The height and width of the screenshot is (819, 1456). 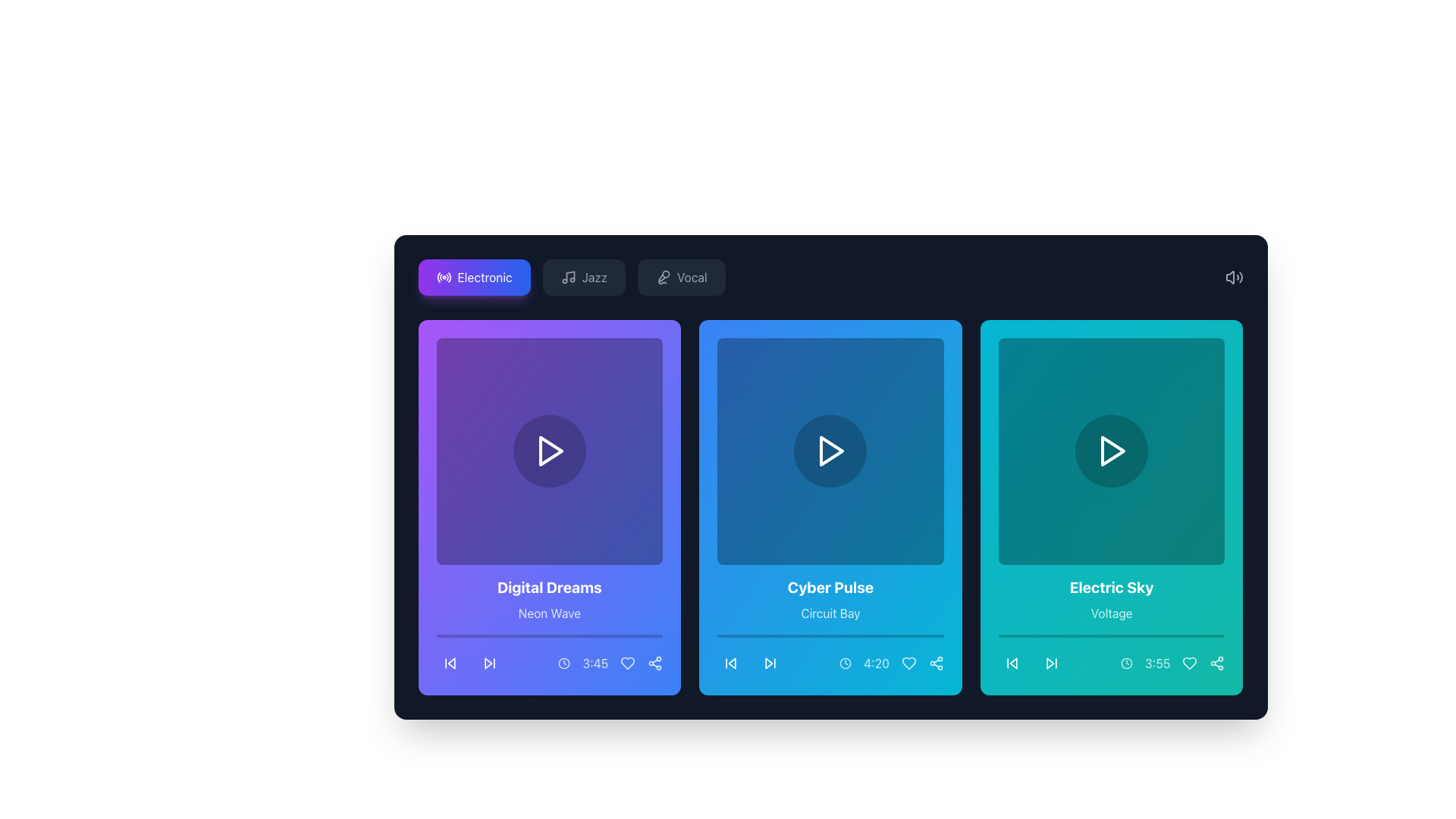 I want to click on the time display text label reading '4:20' which is styled in white and semi-transparent, located at the bottom-center of the 'Cyber Pulse' card, so click(x=892, y=662).